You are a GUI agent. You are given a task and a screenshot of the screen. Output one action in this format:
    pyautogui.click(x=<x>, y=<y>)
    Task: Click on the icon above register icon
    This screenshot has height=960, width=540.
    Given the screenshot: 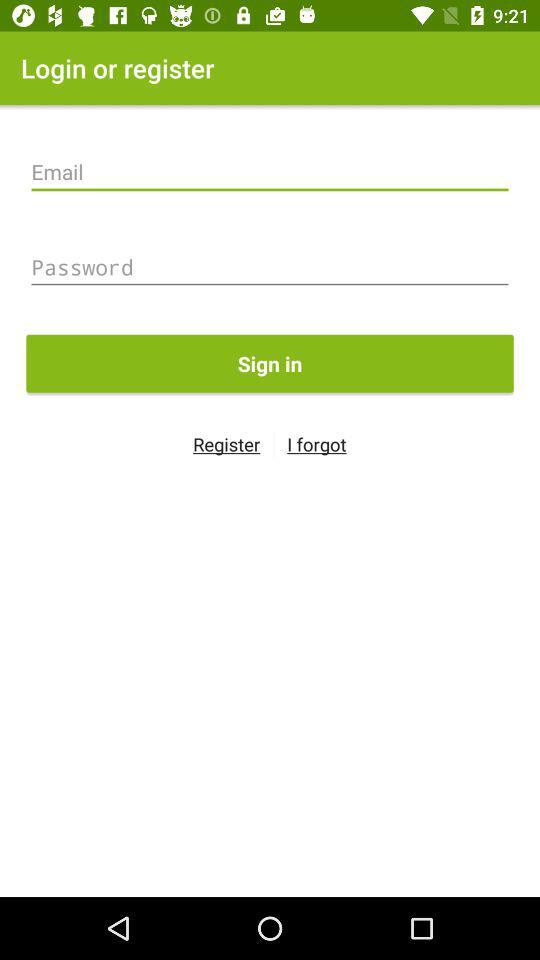 What is the action you would take?
    pyautogui.click(x=270, y=362)
    